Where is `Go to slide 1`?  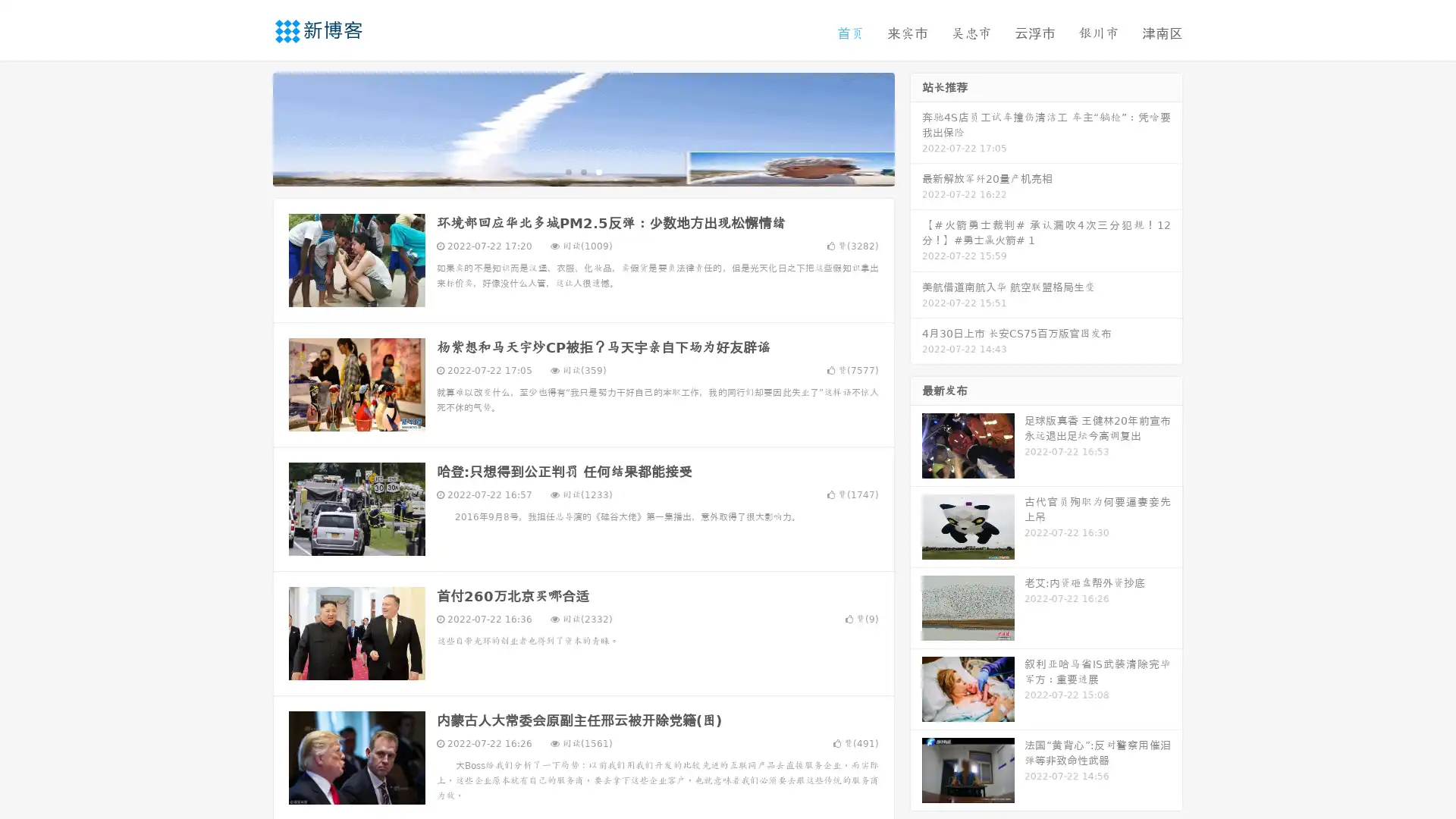 Go to slide 1 is located at coordinates (567, 171).